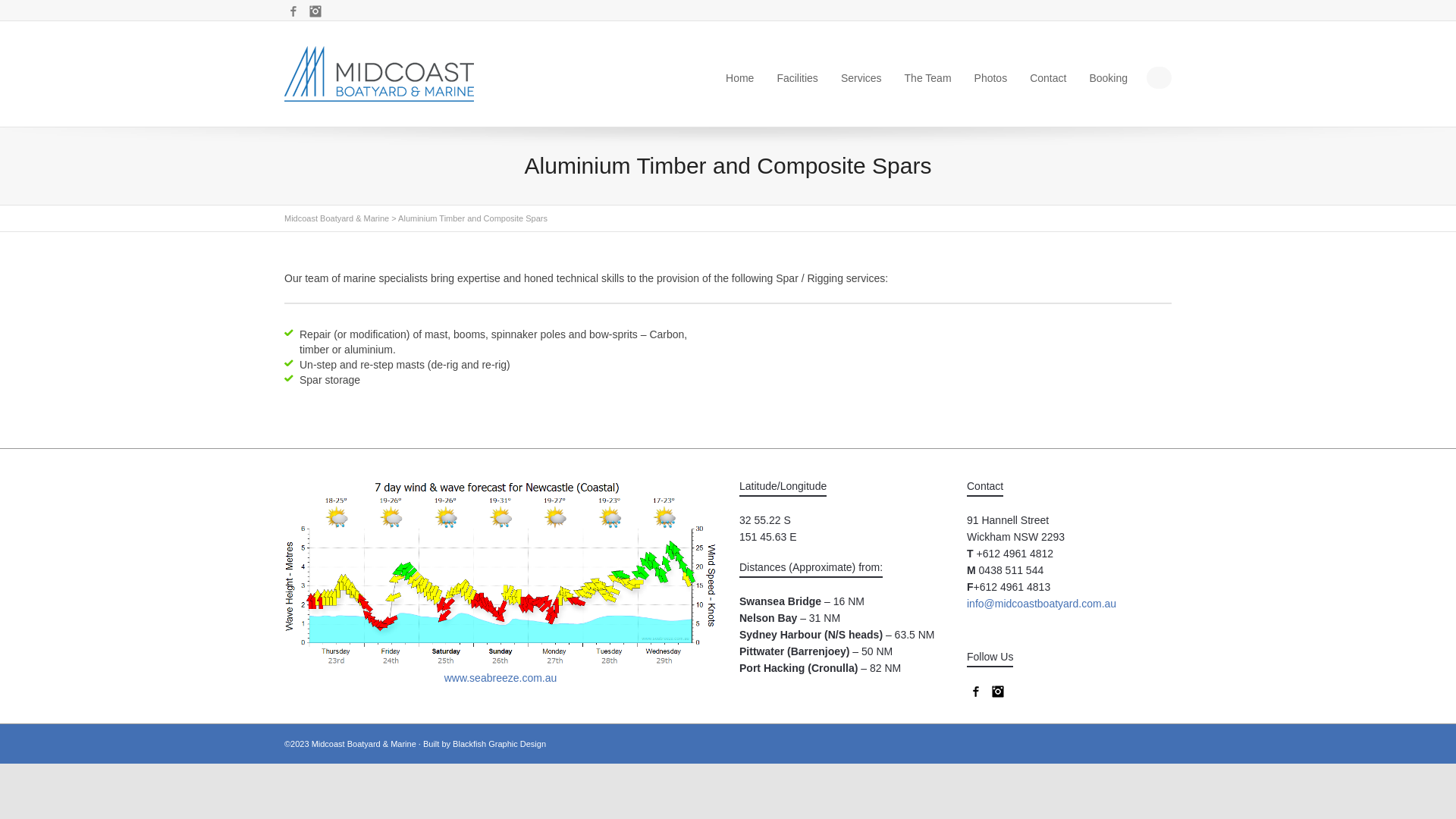 The height and width of the screenshot is (819, 1456). I want to click on 'Instagram', so click(997, 691).